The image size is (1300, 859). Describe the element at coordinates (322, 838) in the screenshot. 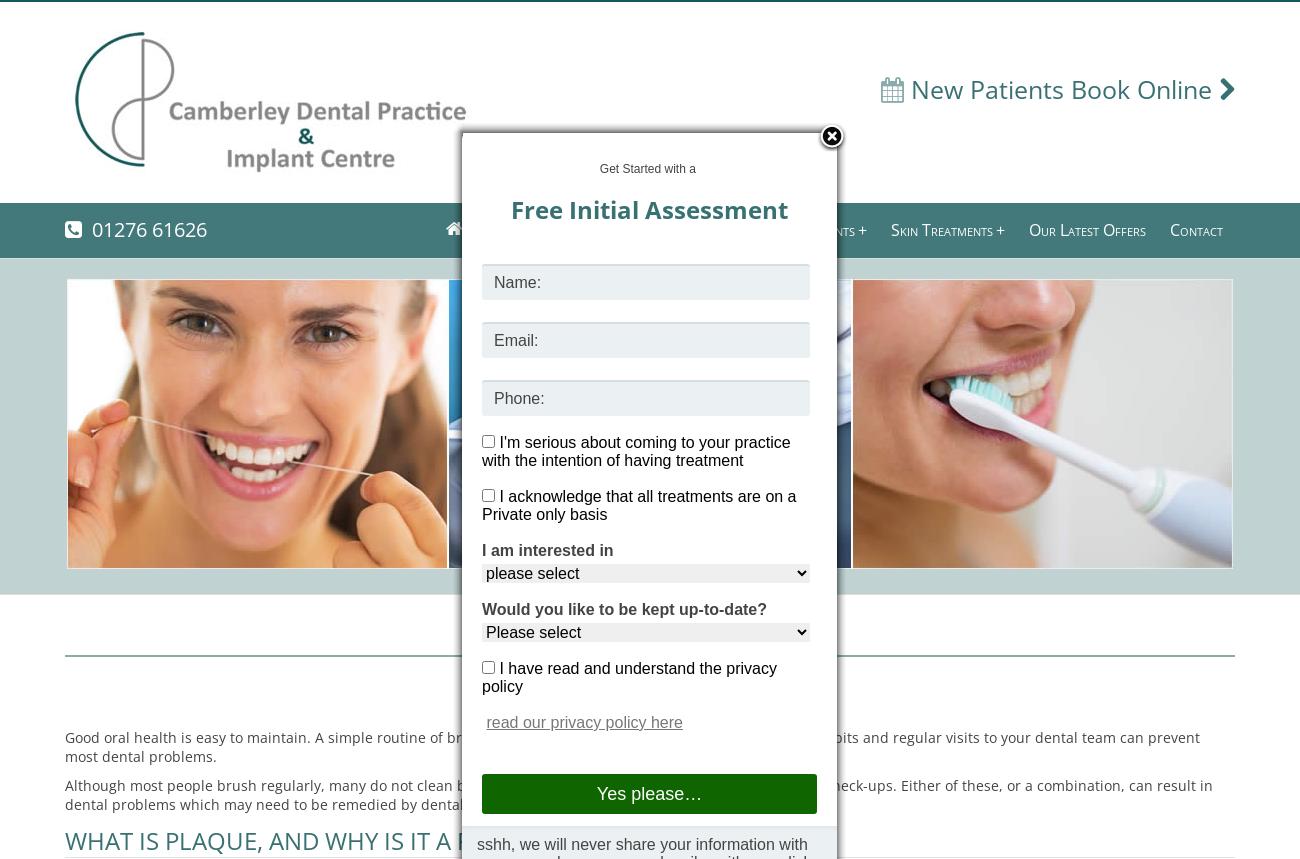

I see `'WHAT IS PLAQUE, AND WHY IS IT A PROBLEM?'` at that location.